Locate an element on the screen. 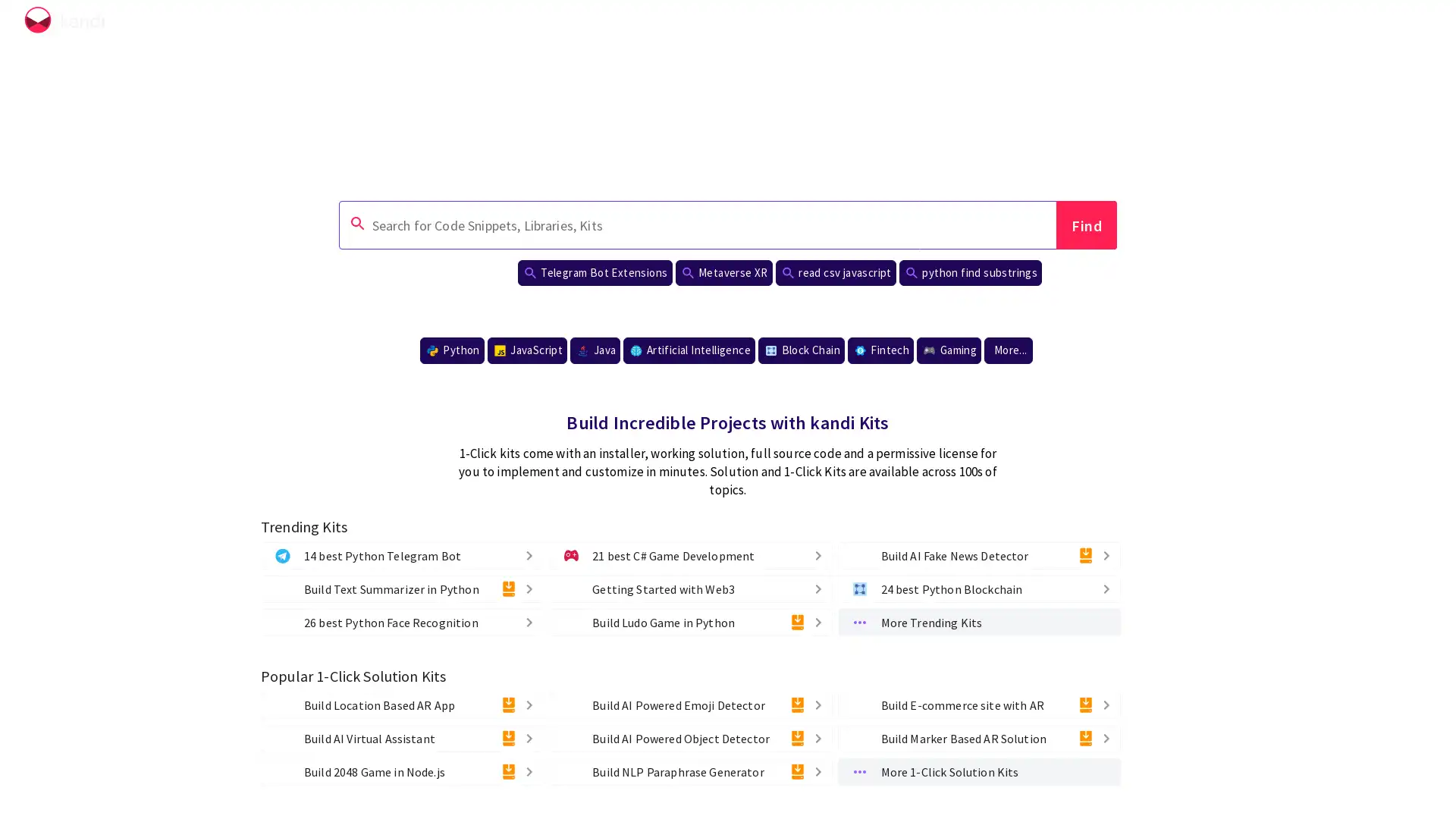 This screenshot has height=819, width=1456. delete is located at coordinates (796, 736).